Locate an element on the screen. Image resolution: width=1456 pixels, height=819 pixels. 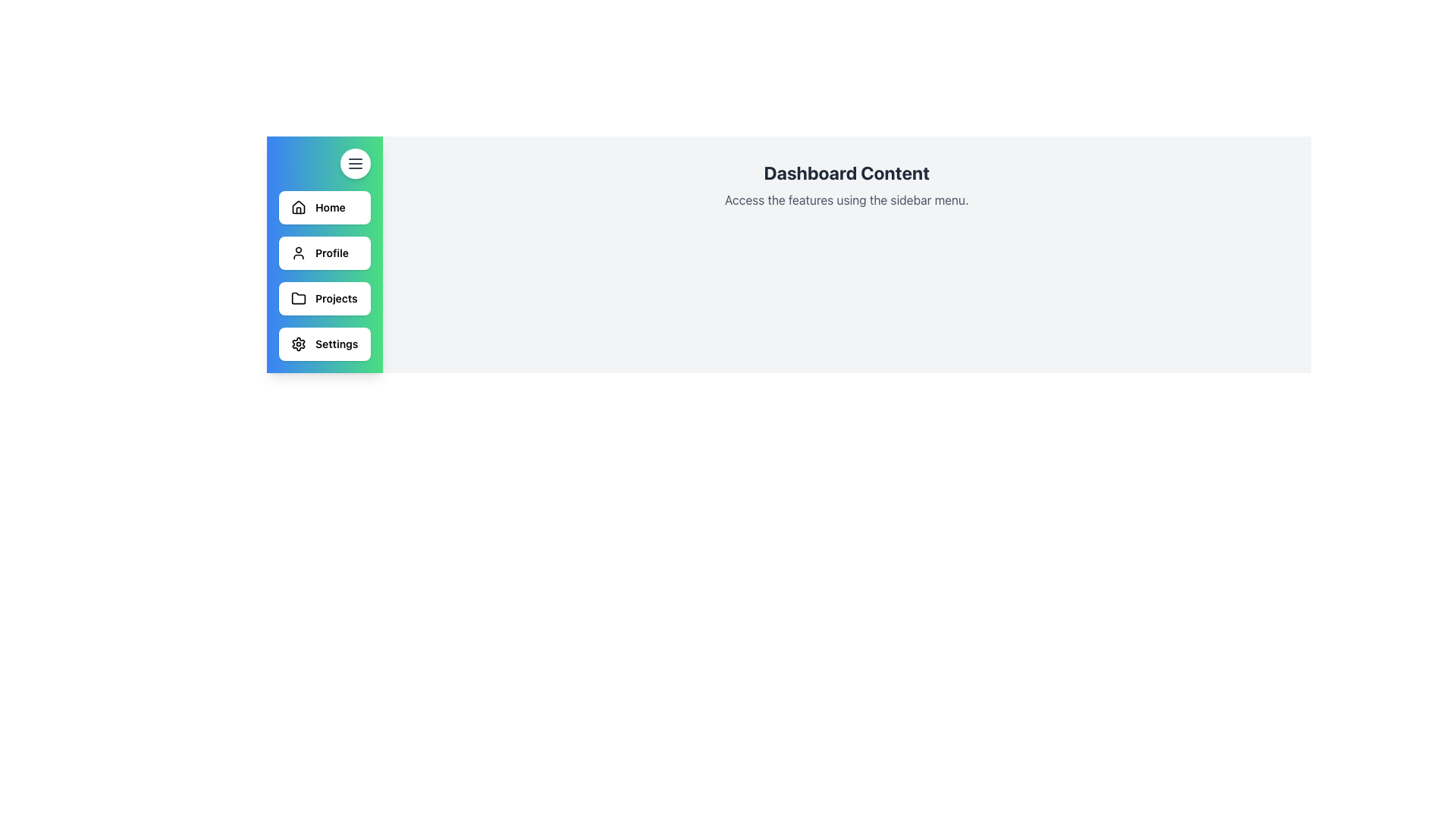
the 'Settings' button is located at coordinates (324, 344).